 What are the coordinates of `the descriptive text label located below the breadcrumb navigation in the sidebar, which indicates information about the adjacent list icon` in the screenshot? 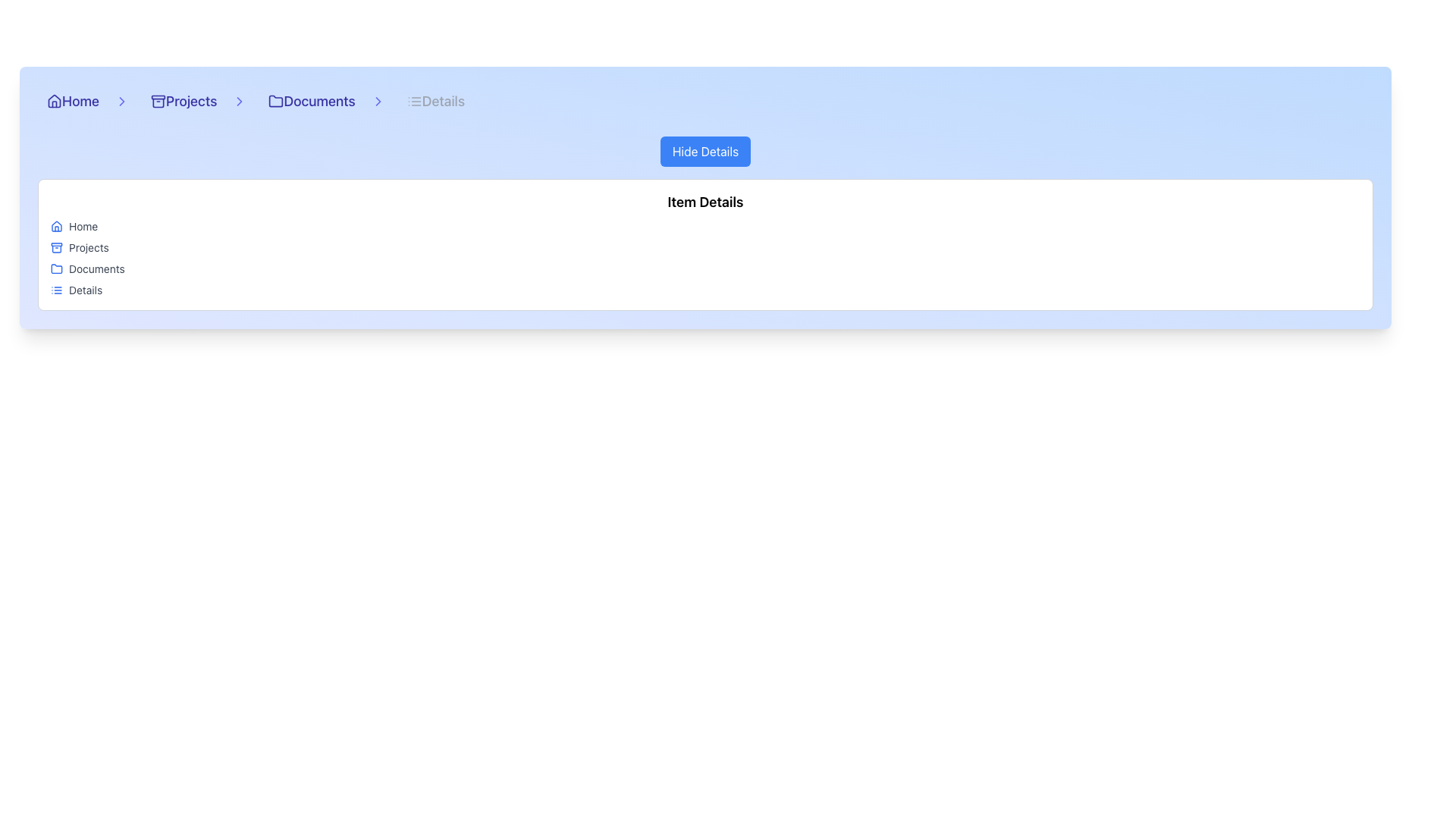 It's located at (85, 290).